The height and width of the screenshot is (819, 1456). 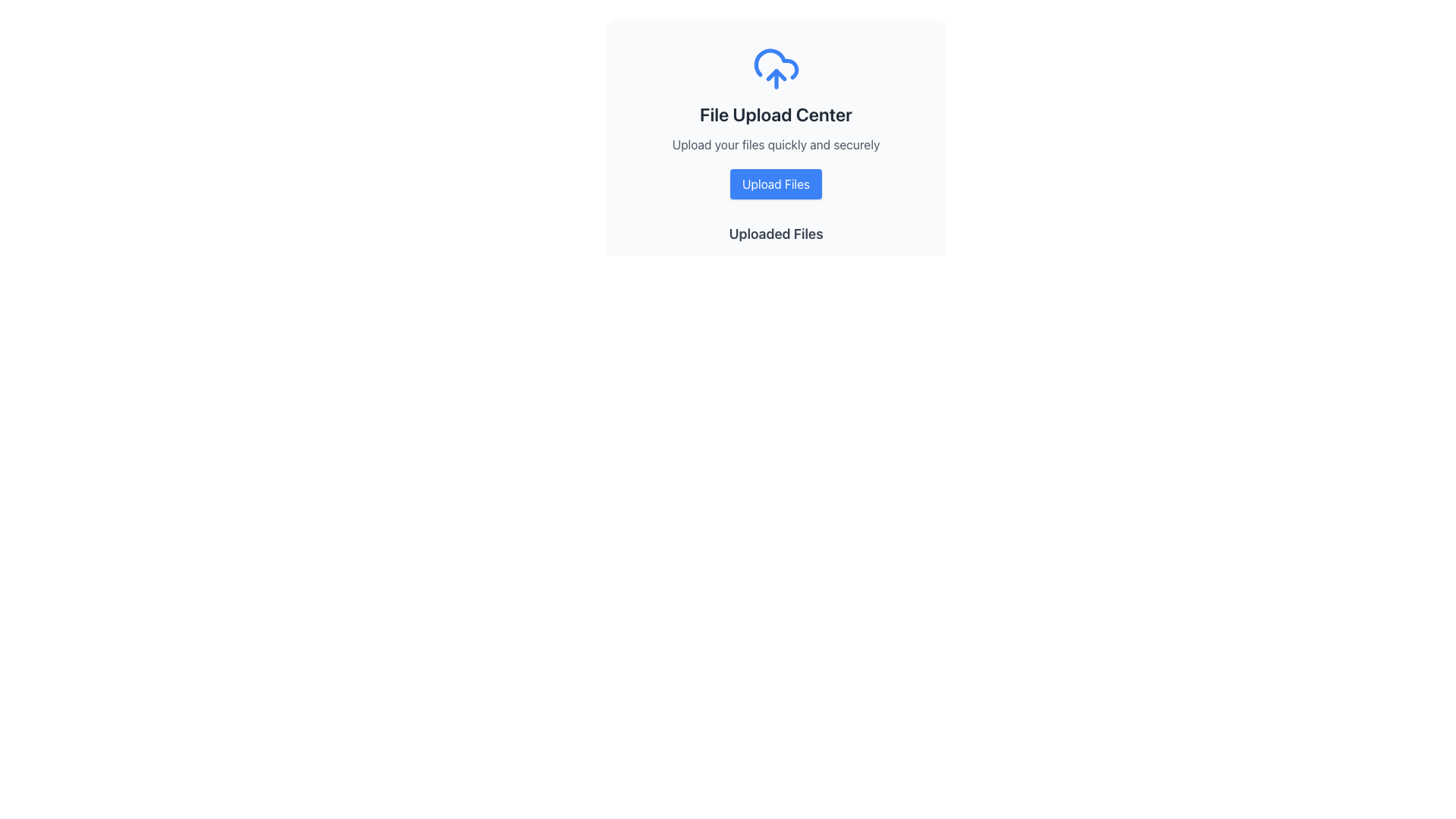 I want to click on the 'Upload Files' button using keyboard navigation, so click(x=776, y=184).